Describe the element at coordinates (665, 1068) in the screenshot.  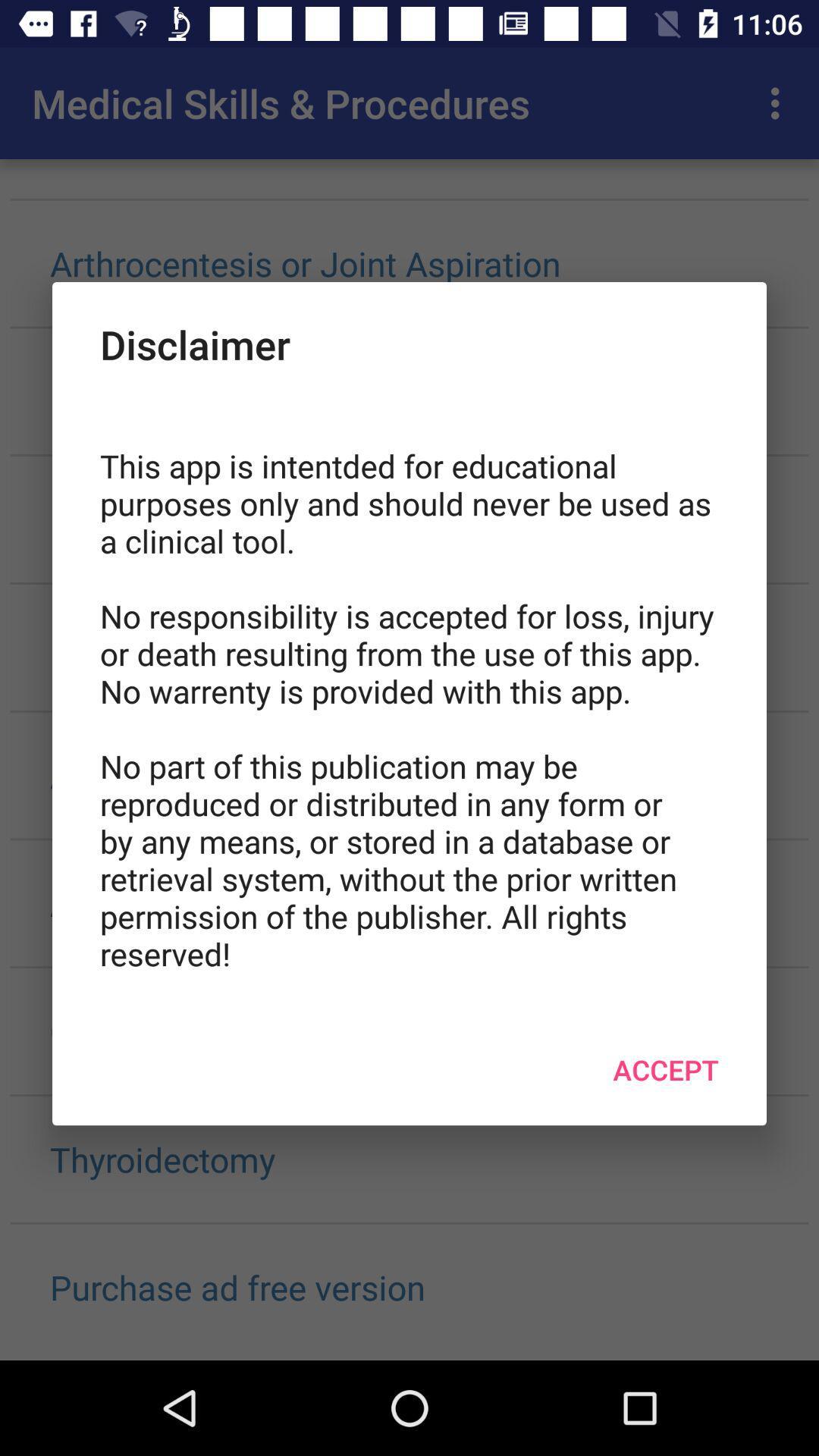
I see `accept item` at that location.